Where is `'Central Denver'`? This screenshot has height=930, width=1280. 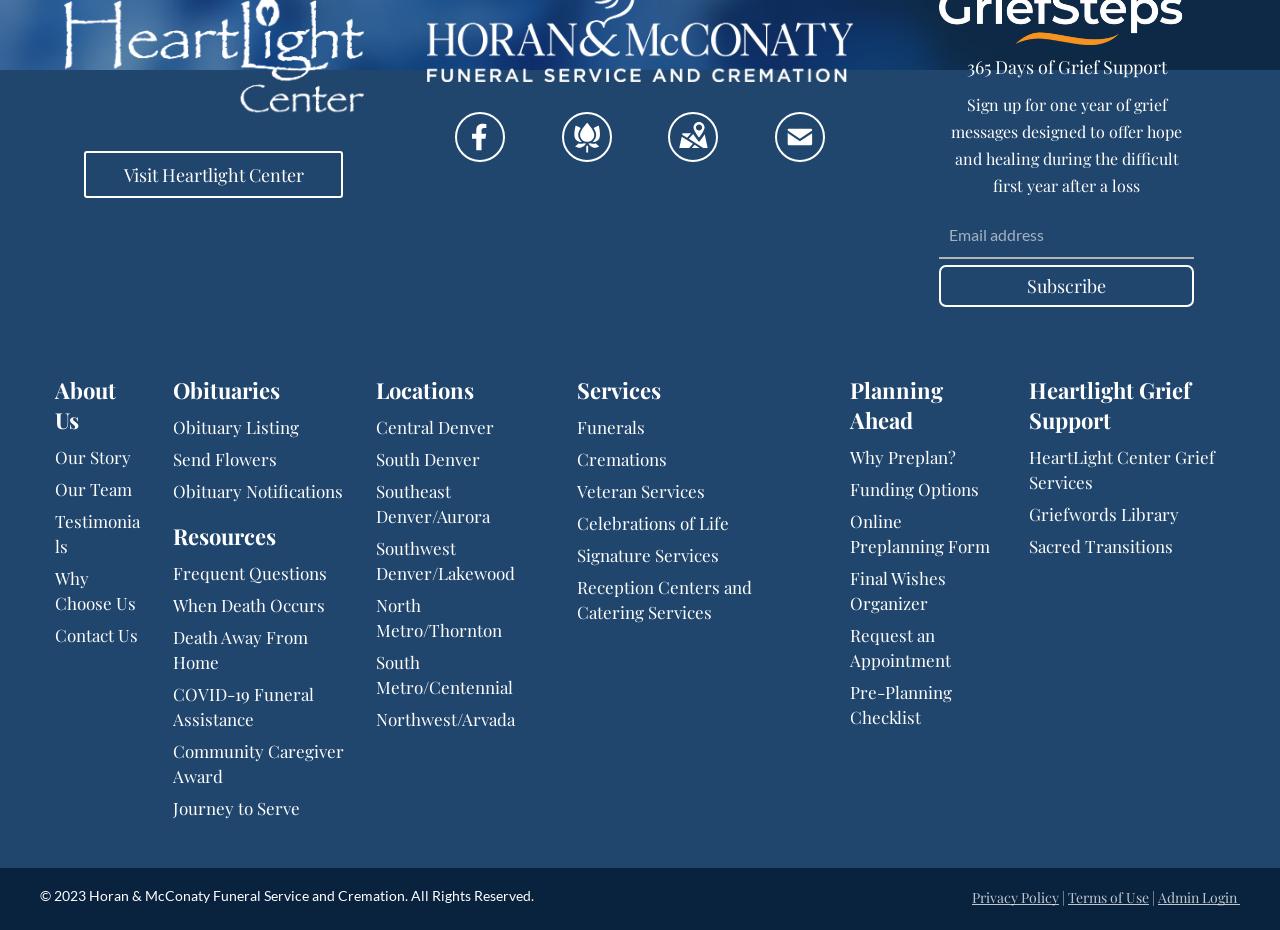 'Central Denver' is located at coordinates (433, 426).